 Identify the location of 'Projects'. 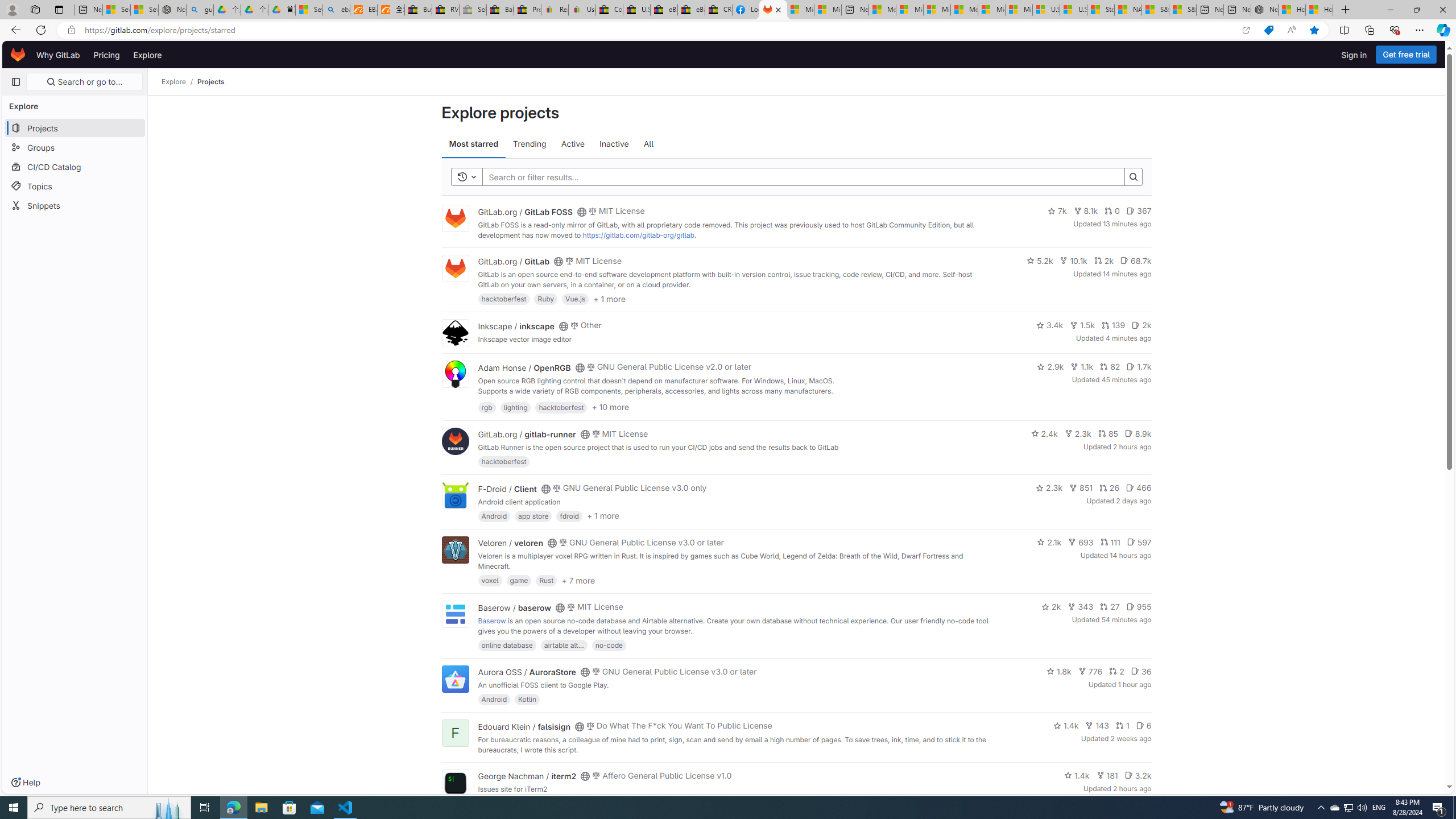
(210, 81).